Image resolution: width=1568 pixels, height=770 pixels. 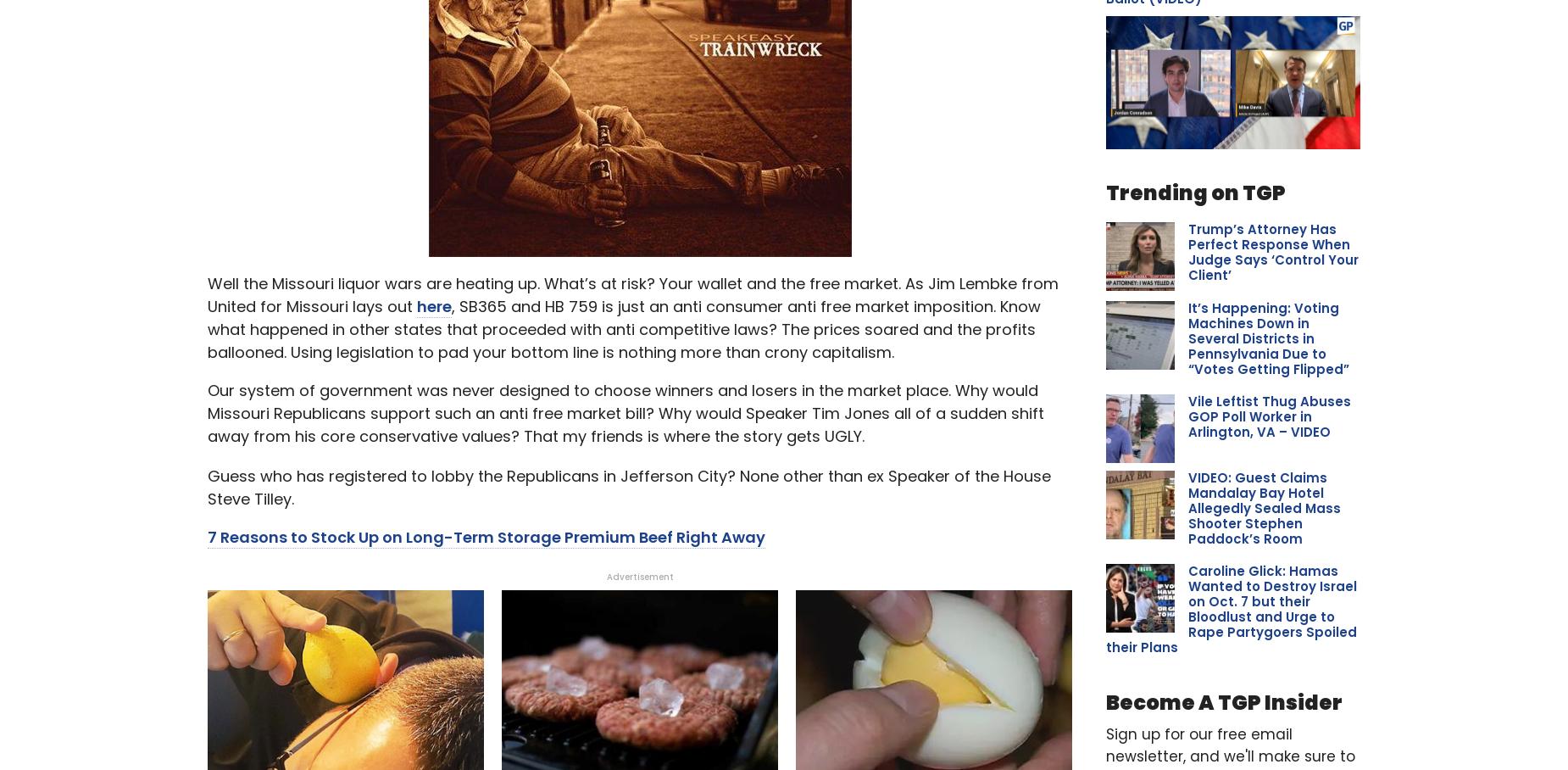 I want to click on 'TGP Stats', so click(x=1232, y=273).